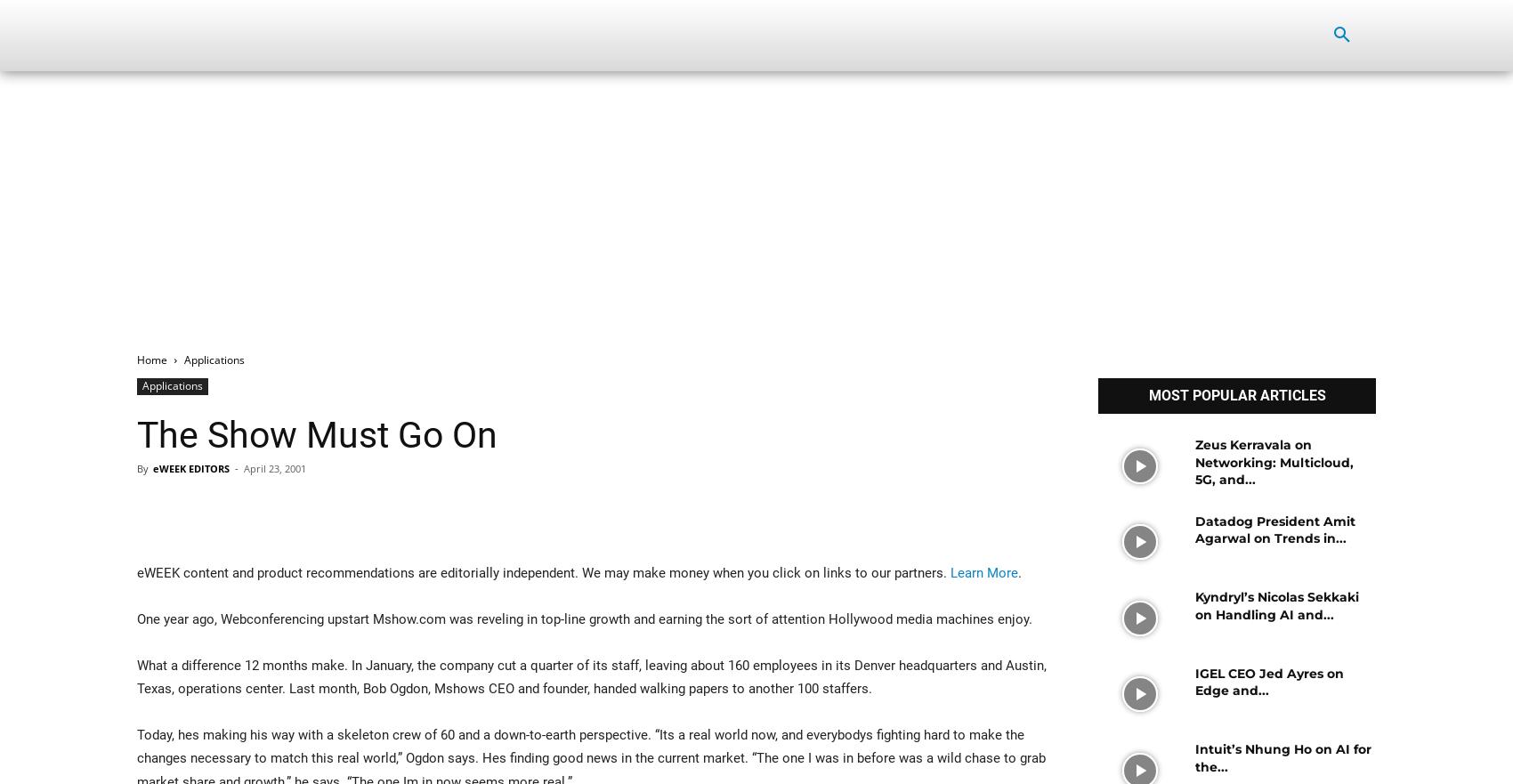 Image resolution: width=1513 pixels, height=784 pixels. I want to click on 'Zeus Kerravala on Networking: Multicloud, 5G, and...', so click(1193, 462).